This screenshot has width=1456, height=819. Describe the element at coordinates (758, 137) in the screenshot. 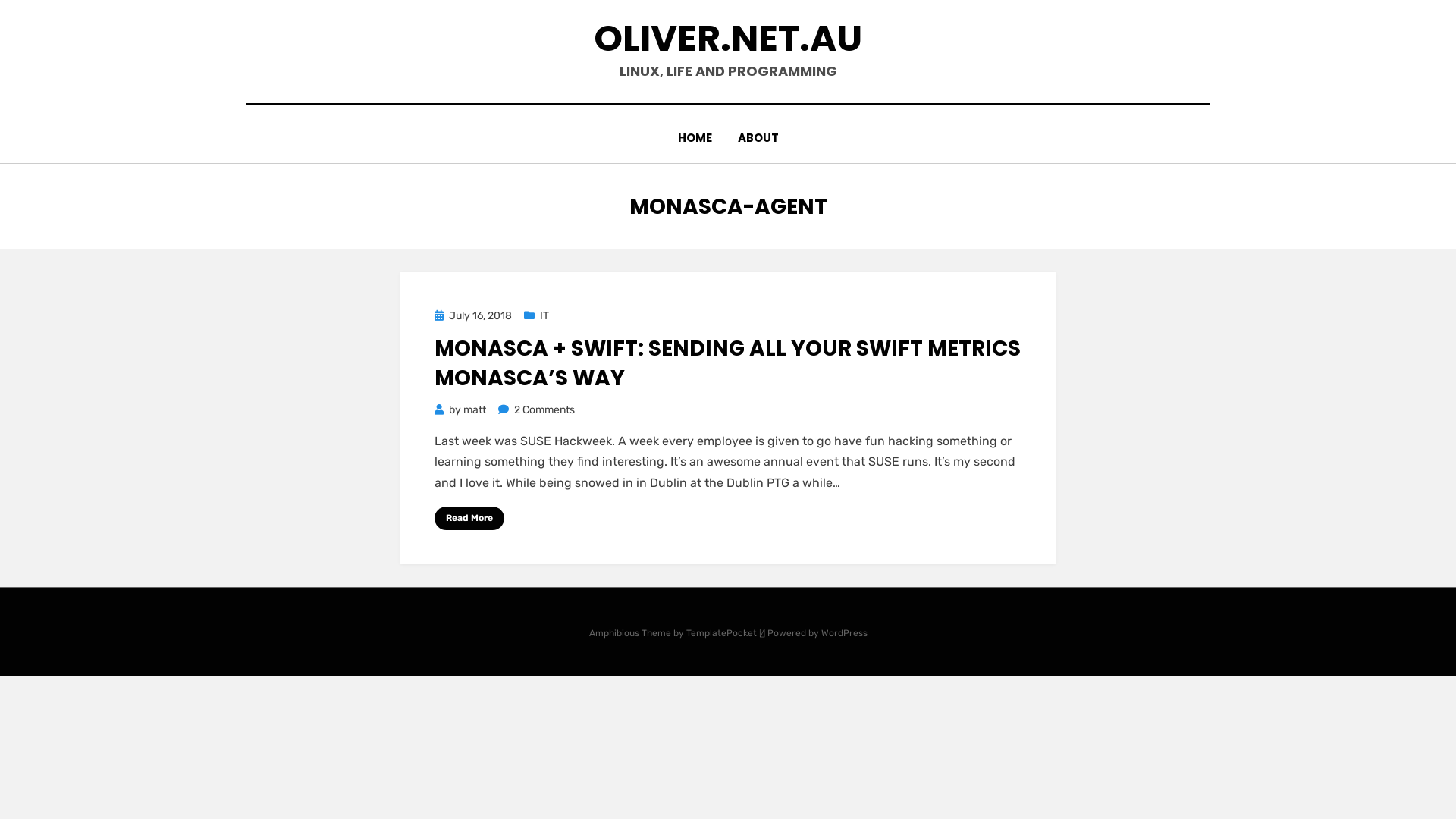

I see `'ABOUT'` at that location.